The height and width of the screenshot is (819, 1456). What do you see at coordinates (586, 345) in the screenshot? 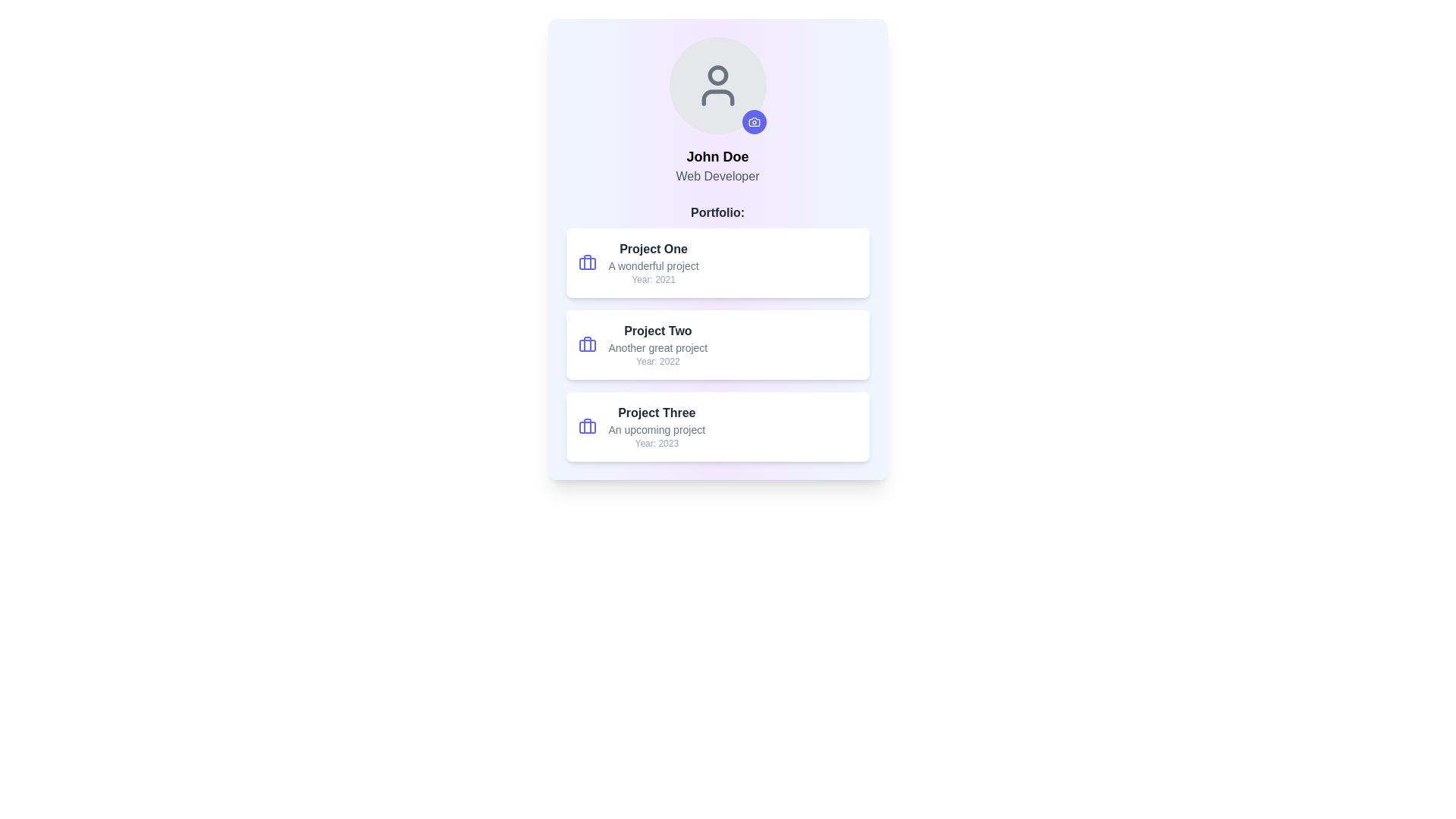
I see `the graphical background of the briefcase icon associated with 'Project Two', which is the second item in the portfolio list` at bounding box center [586, 345].